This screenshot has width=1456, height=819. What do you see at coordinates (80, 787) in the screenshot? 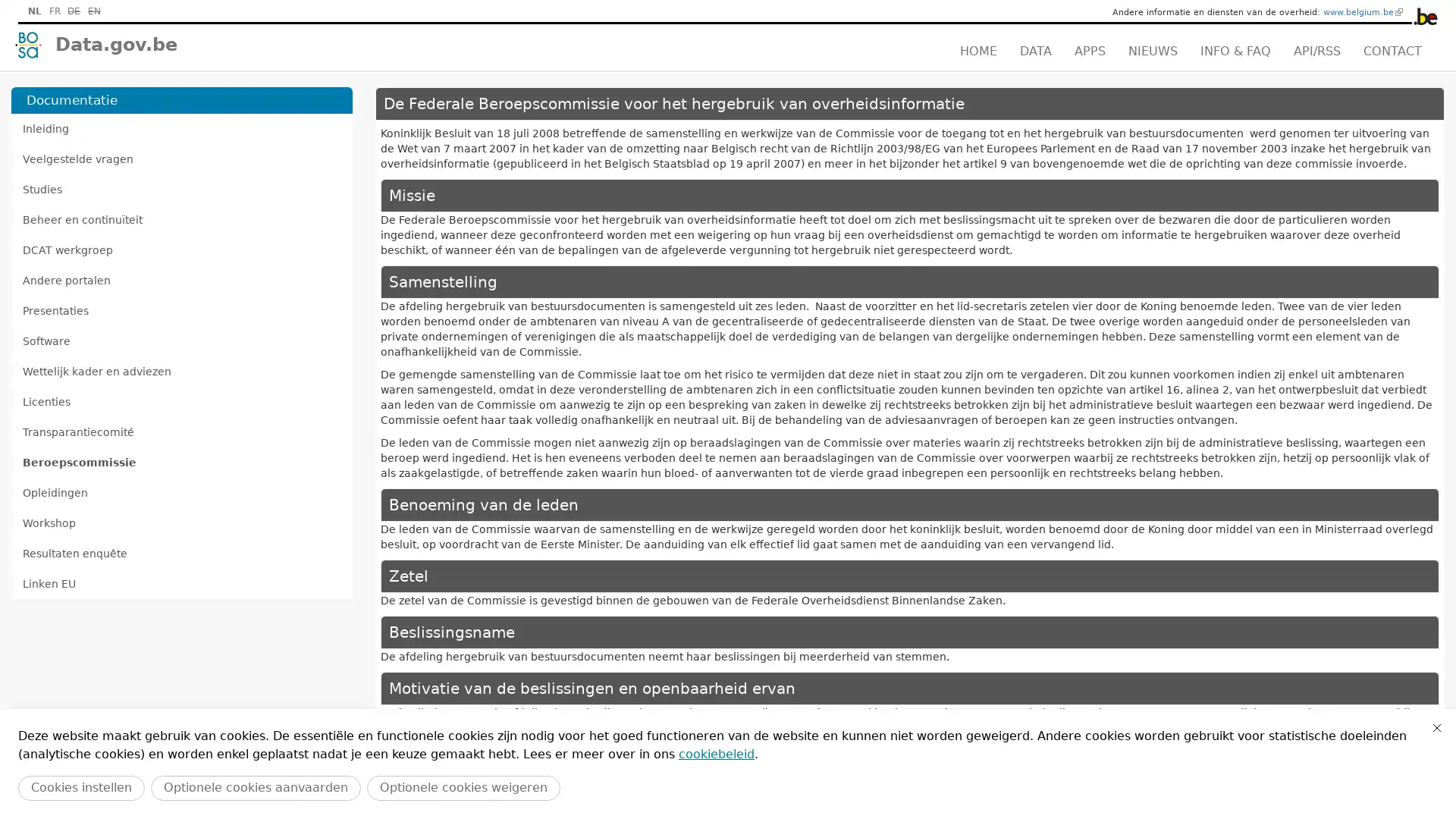
I see `Cookies instellen` at bounding box center [80, 787].